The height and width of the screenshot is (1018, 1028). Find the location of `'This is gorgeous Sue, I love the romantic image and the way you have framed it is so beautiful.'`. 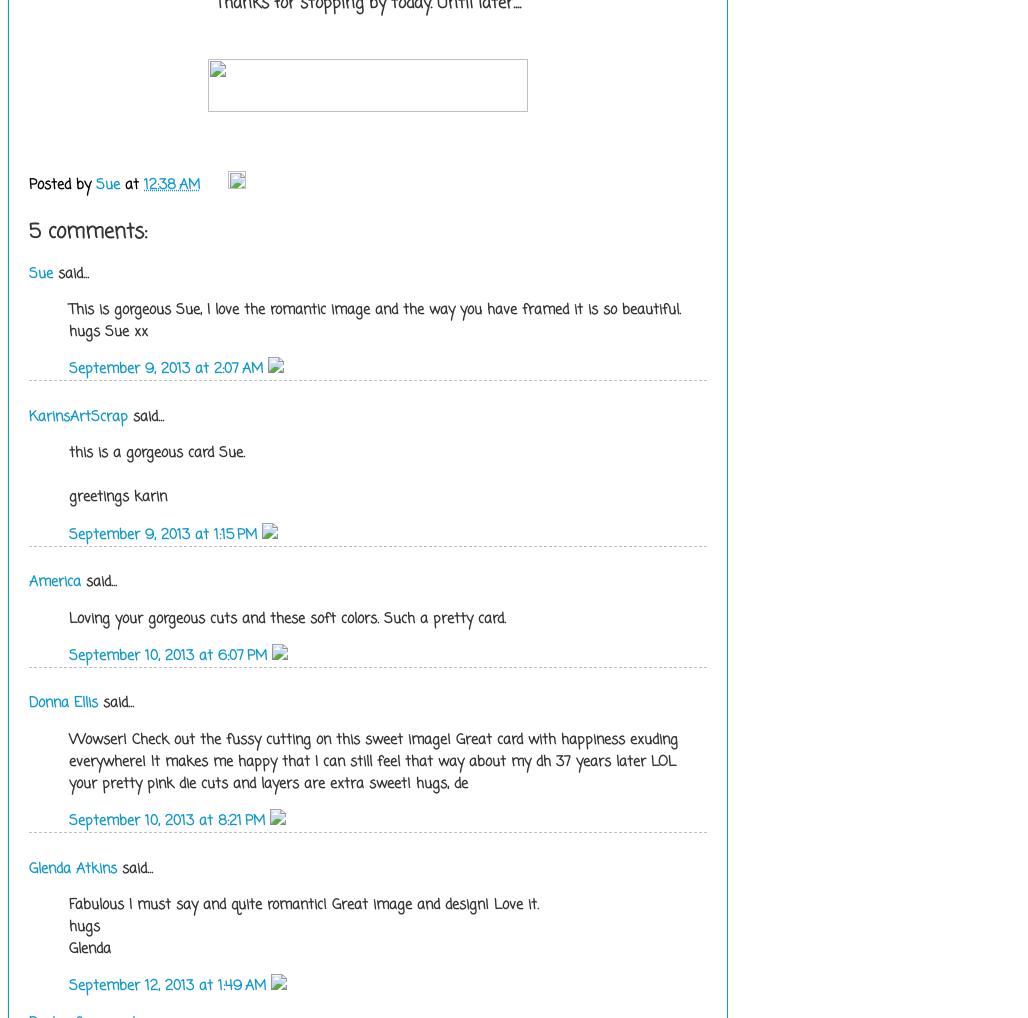

'This is gorgeous Sue, I love the romantic image and the way you have framed it is so beautiful.' is located at coordinates (374, 308).